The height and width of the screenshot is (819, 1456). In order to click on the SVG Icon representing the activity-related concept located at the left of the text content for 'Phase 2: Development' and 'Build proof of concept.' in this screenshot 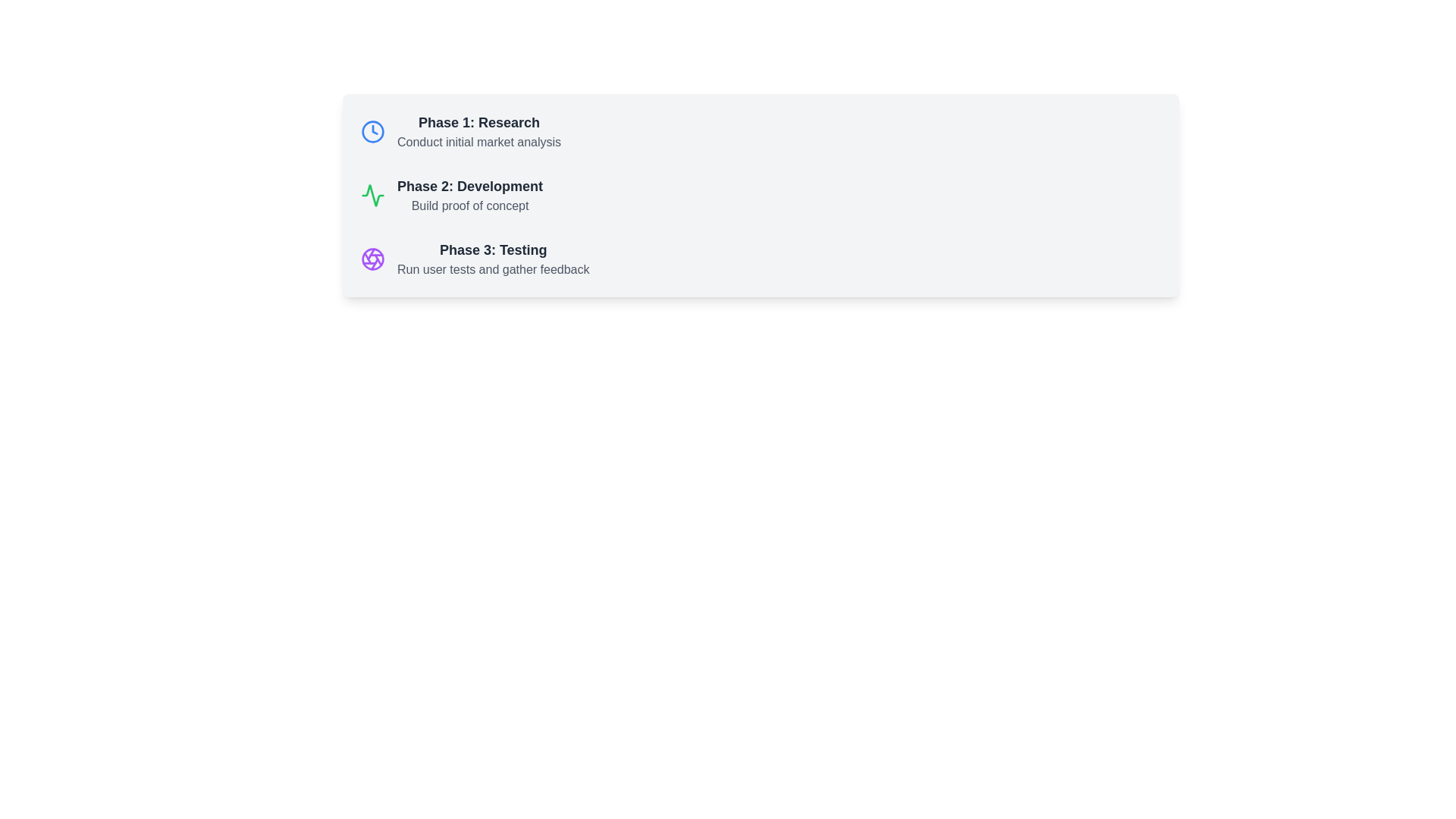, I will do `click(372, 195)`.